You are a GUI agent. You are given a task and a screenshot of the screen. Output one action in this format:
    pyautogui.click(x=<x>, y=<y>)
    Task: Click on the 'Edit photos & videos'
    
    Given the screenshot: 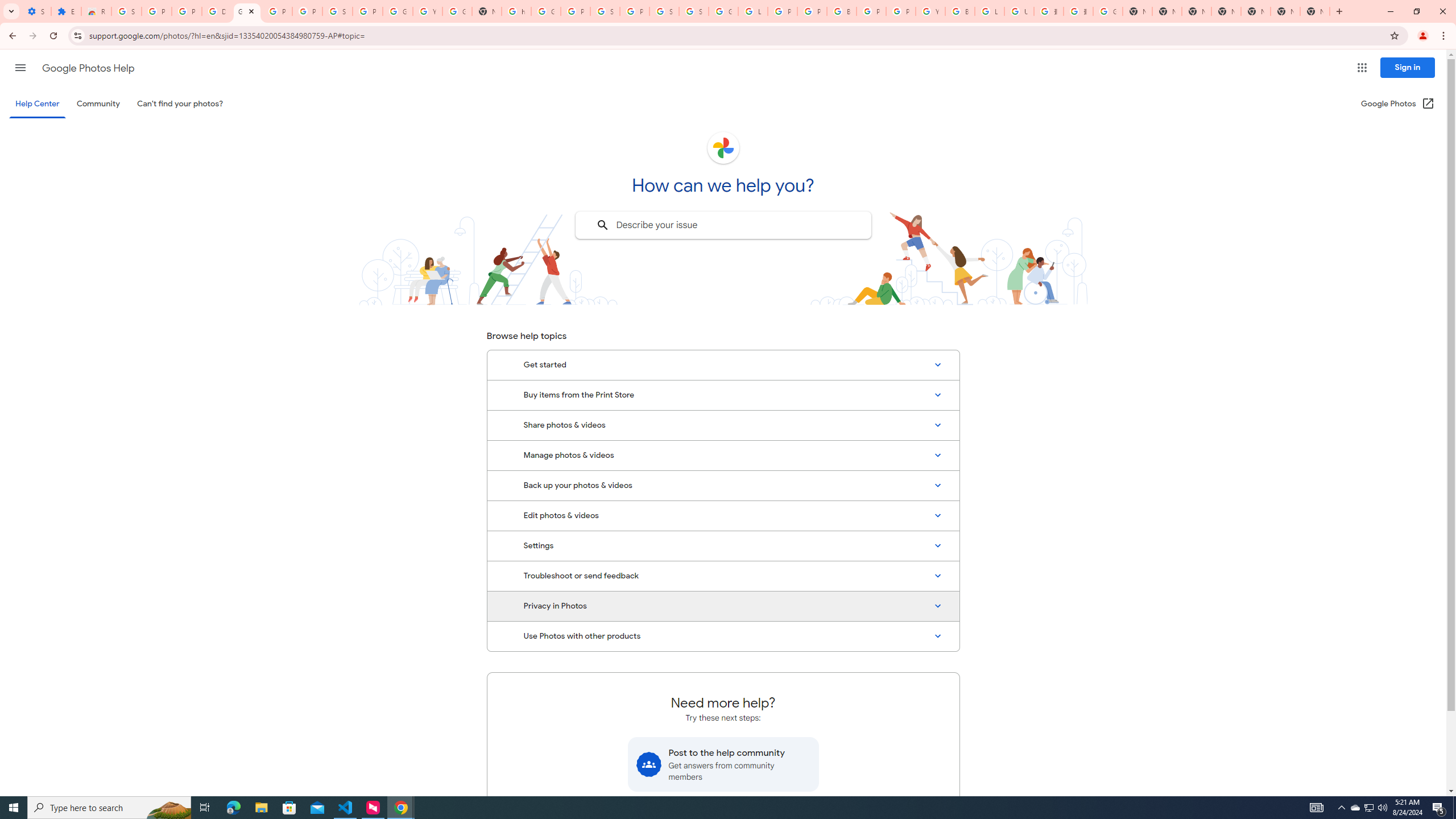 What is the action you would take?
    pyautogui.click(x=723, y=516)
    